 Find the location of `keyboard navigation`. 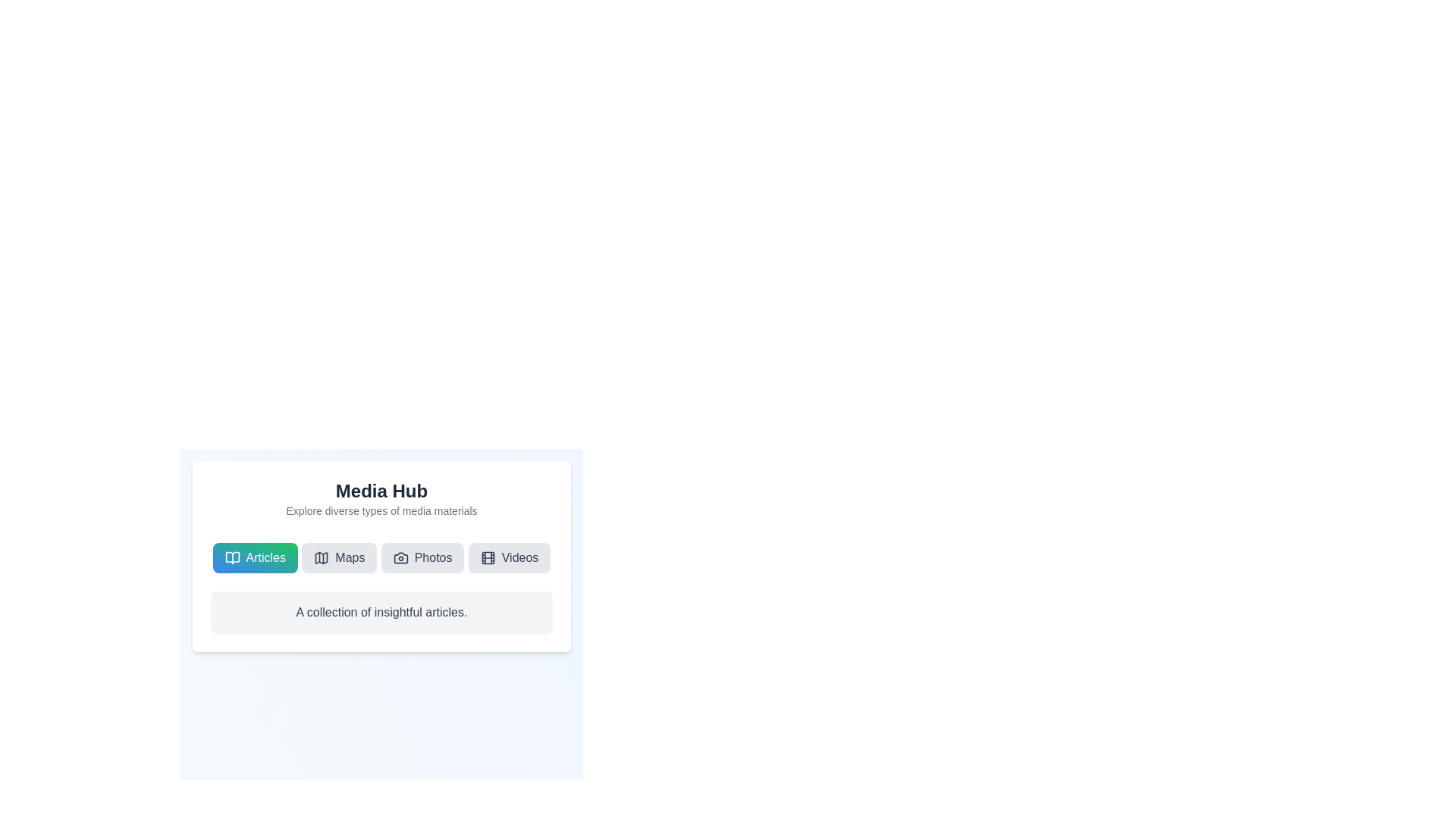

keyboard navigation is located at coordinates (321, 558).